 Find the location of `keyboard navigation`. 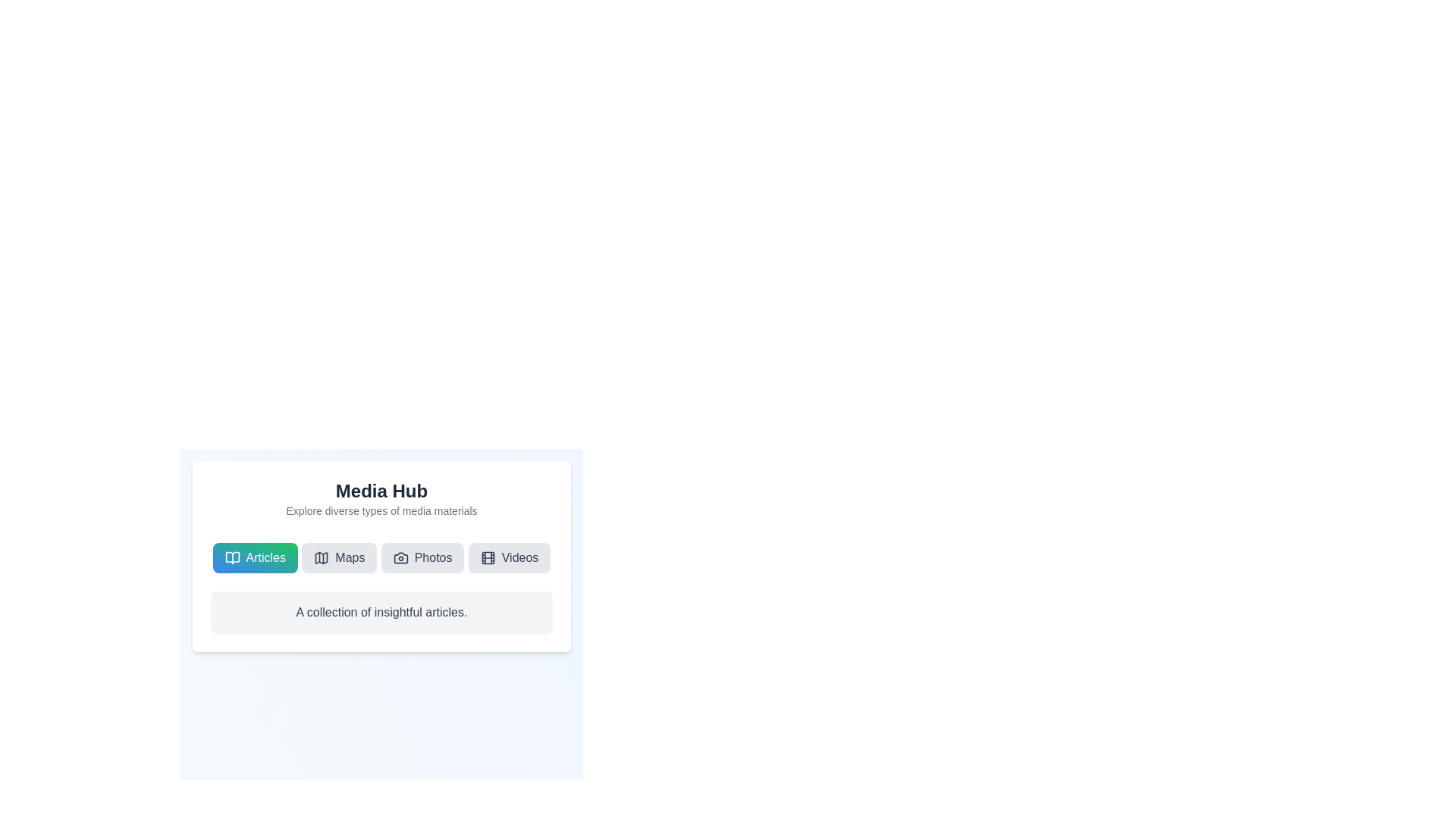

keyboard navigation is located at coordinates (321, 558).